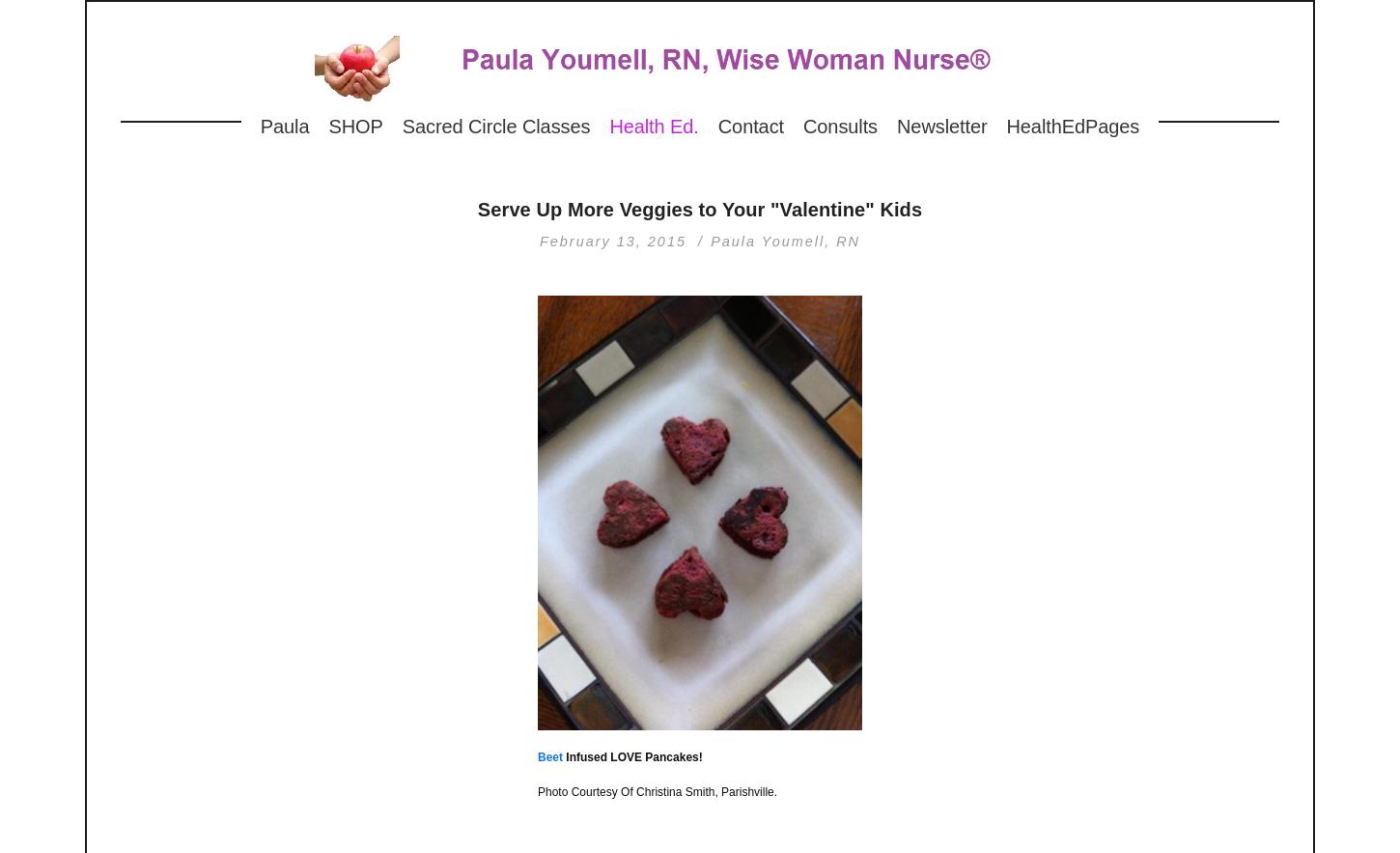 This screenshot has width=1400, height=853. Describe the element at coordinates (328, 126) in the screenshot. I see `'SHOP'` at that location.